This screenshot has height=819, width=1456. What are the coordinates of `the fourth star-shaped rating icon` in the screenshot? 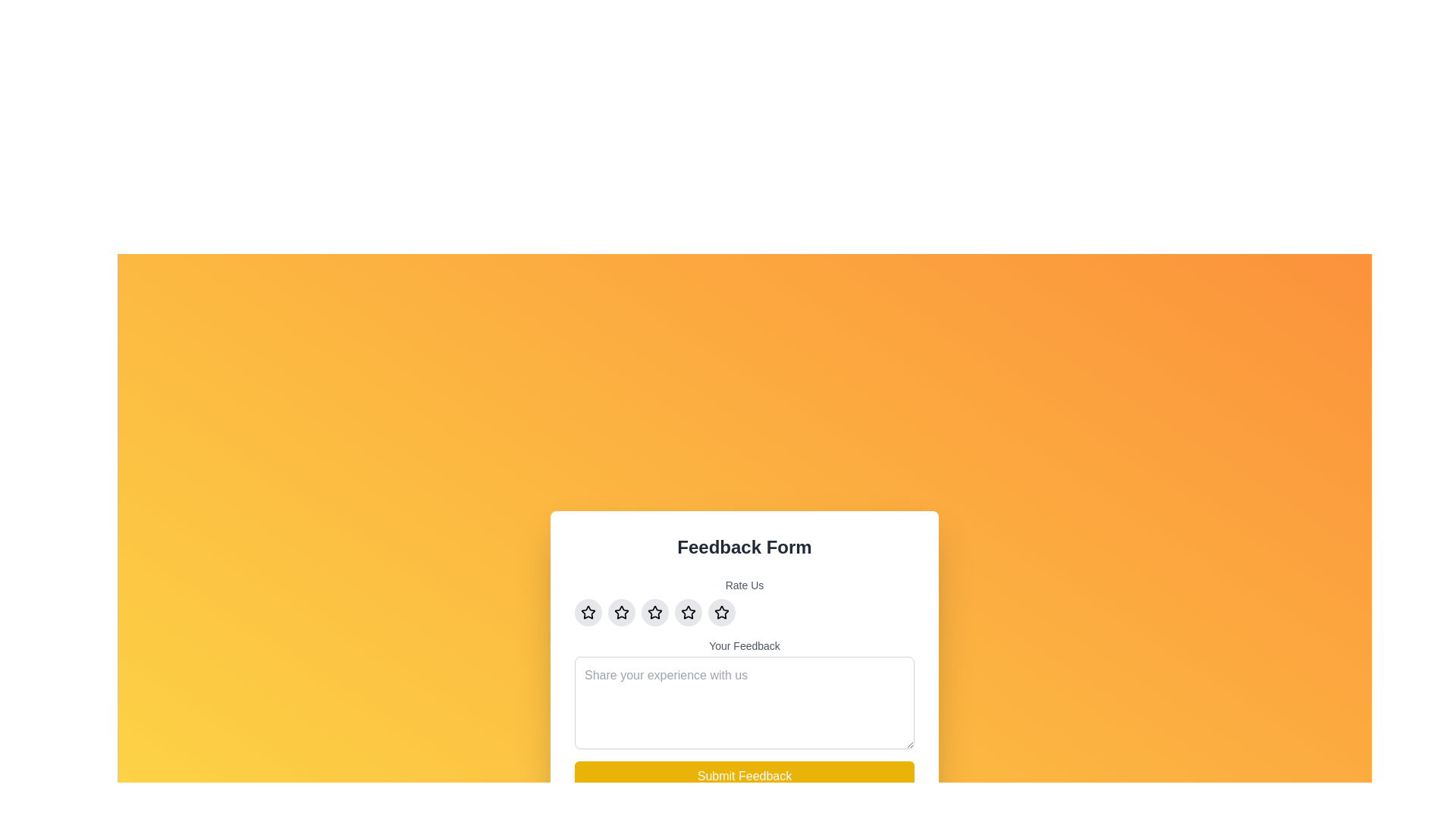 It's located at (687, 611).